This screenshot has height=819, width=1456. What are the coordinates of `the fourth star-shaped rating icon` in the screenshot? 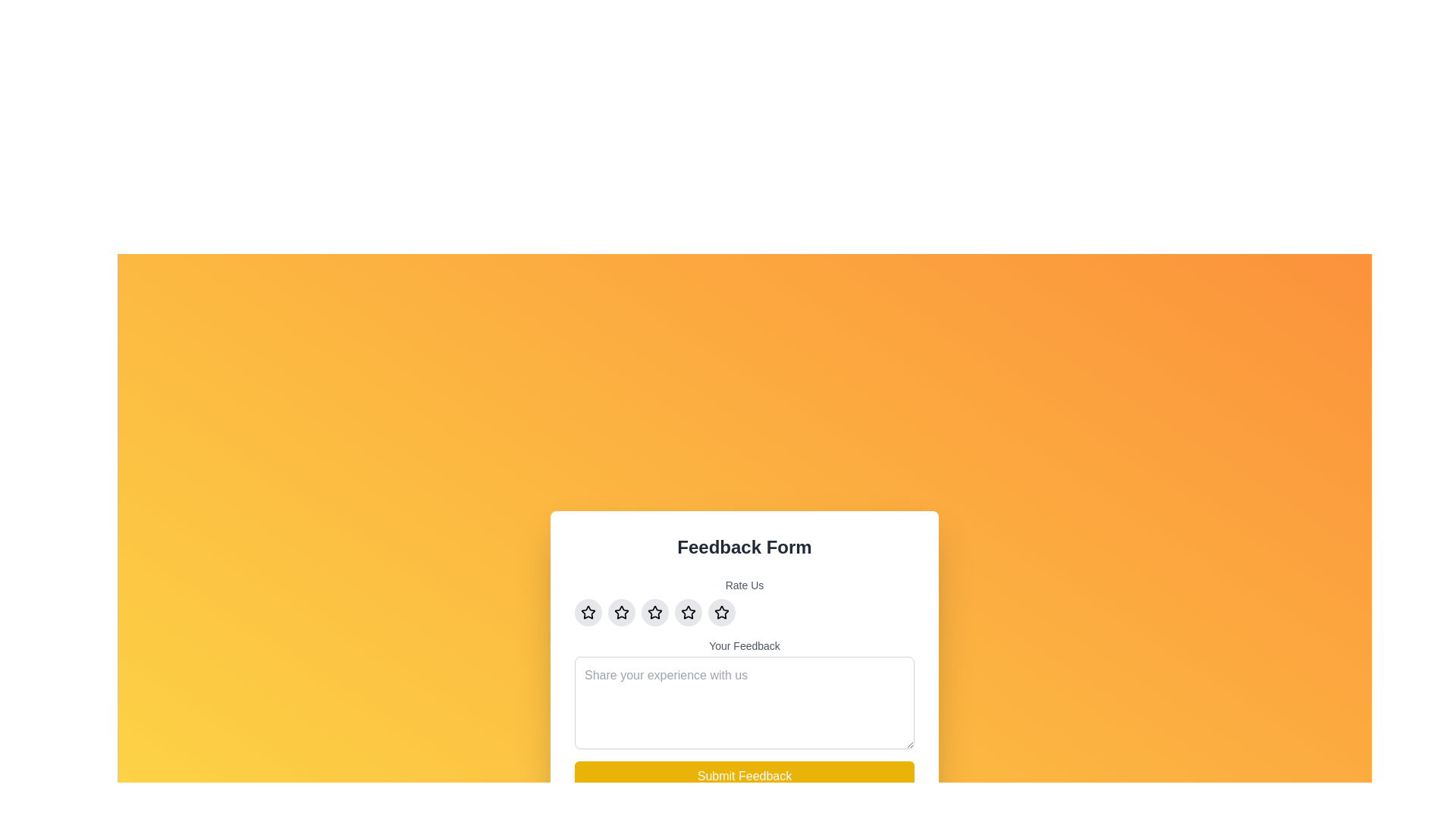 It's located at (687, 611).